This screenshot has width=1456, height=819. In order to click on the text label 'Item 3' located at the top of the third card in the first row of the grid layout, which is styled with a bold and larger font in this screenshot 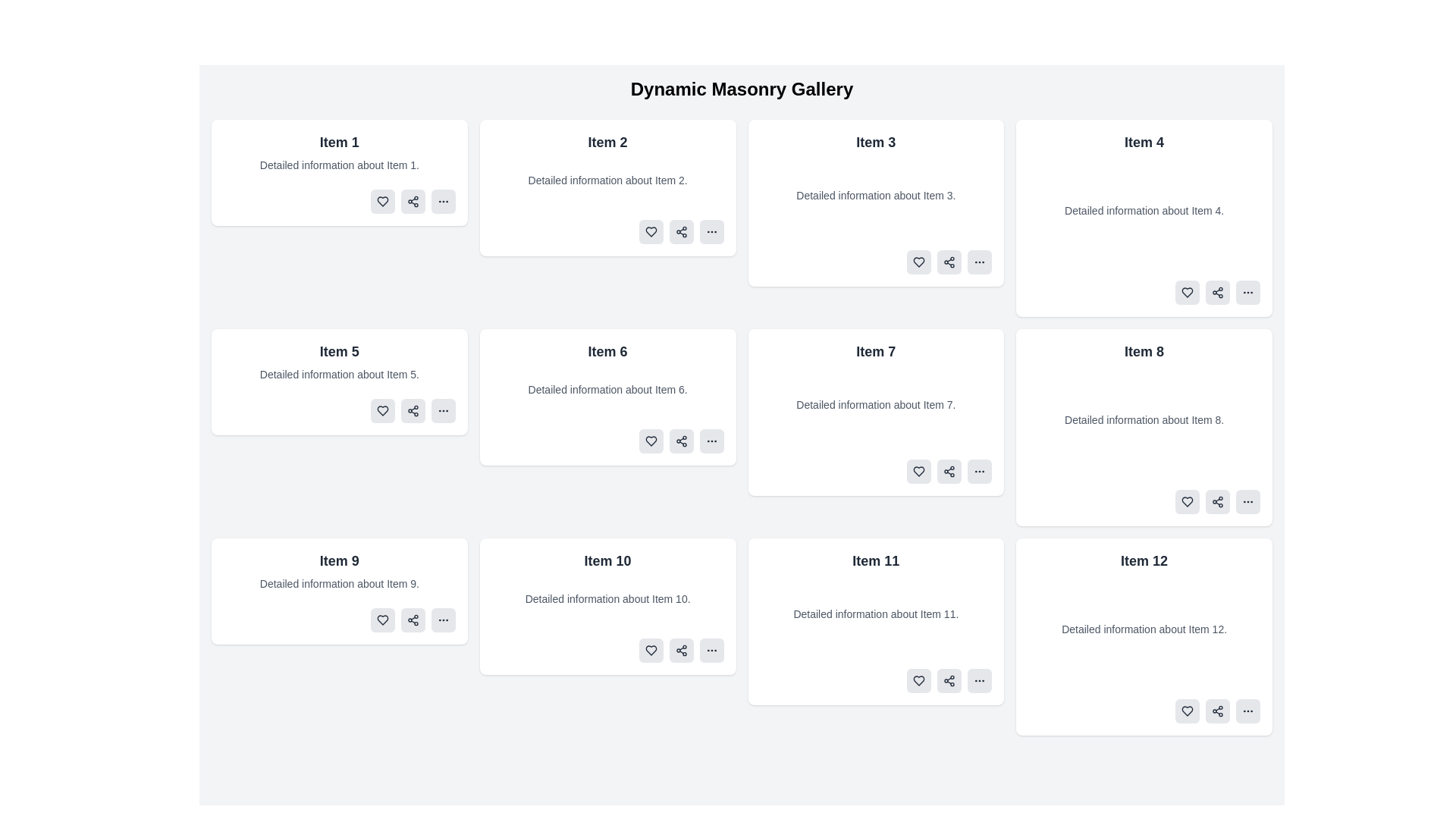, I will do `click(876, 143)`.